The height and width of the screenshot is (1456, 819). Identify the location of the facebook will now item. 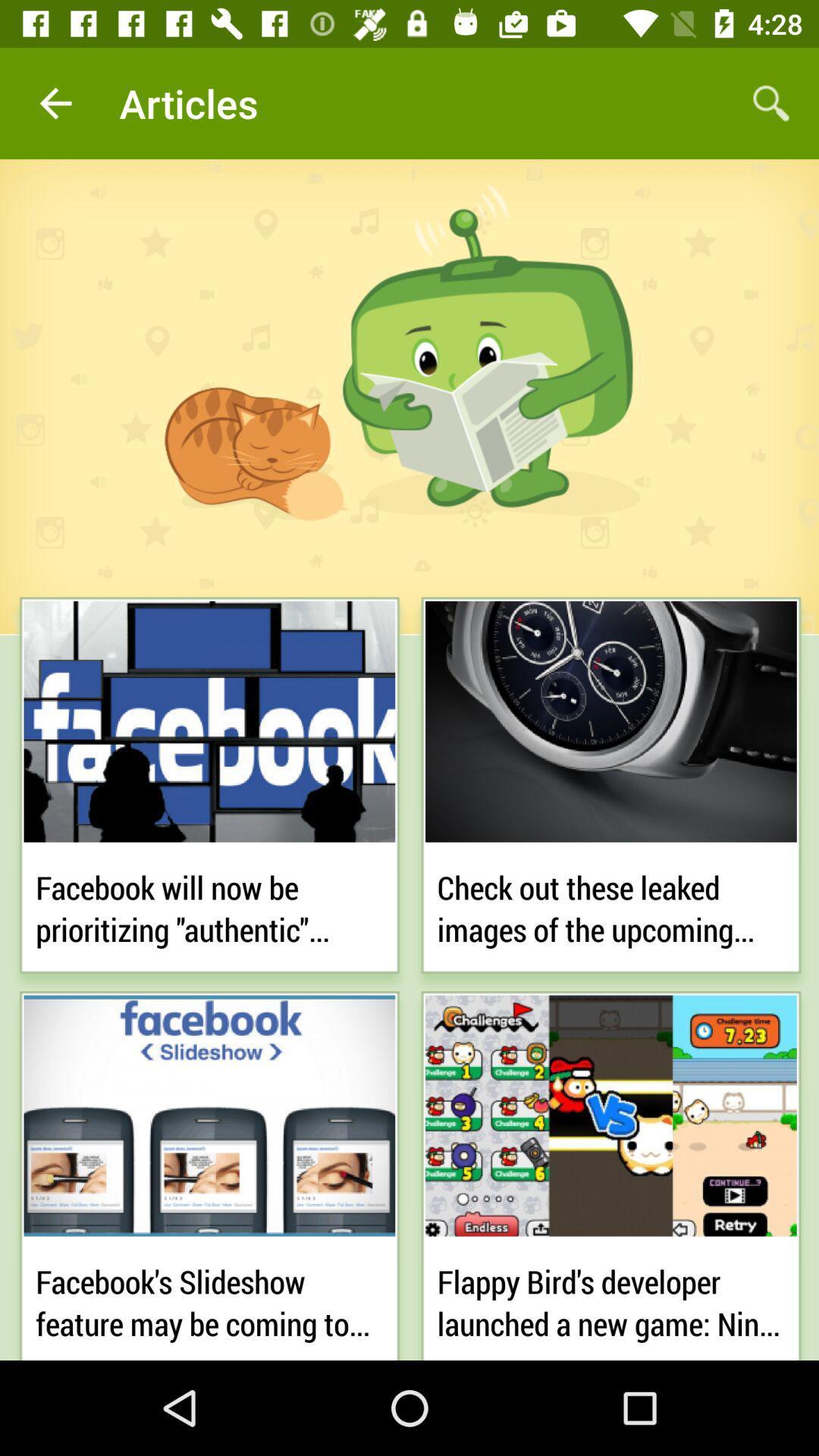
(209, 905).